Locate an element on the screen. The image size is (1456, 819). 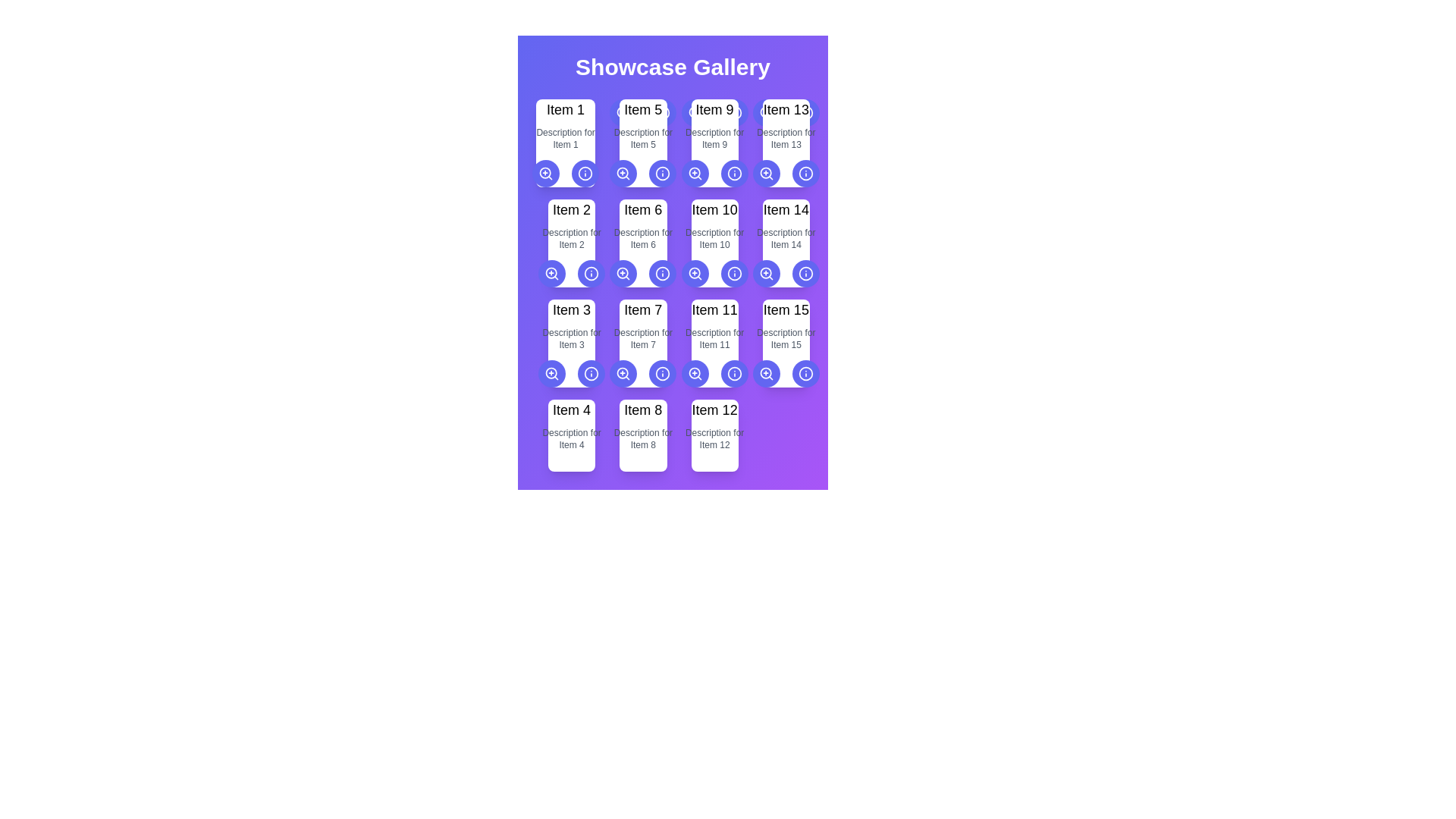
the decorative Circle element within the SVG graphic, which represents the lens of the magnifying glass in the zoom-in icon located below the 'Item 3' card is located at coordinates (551, 373).